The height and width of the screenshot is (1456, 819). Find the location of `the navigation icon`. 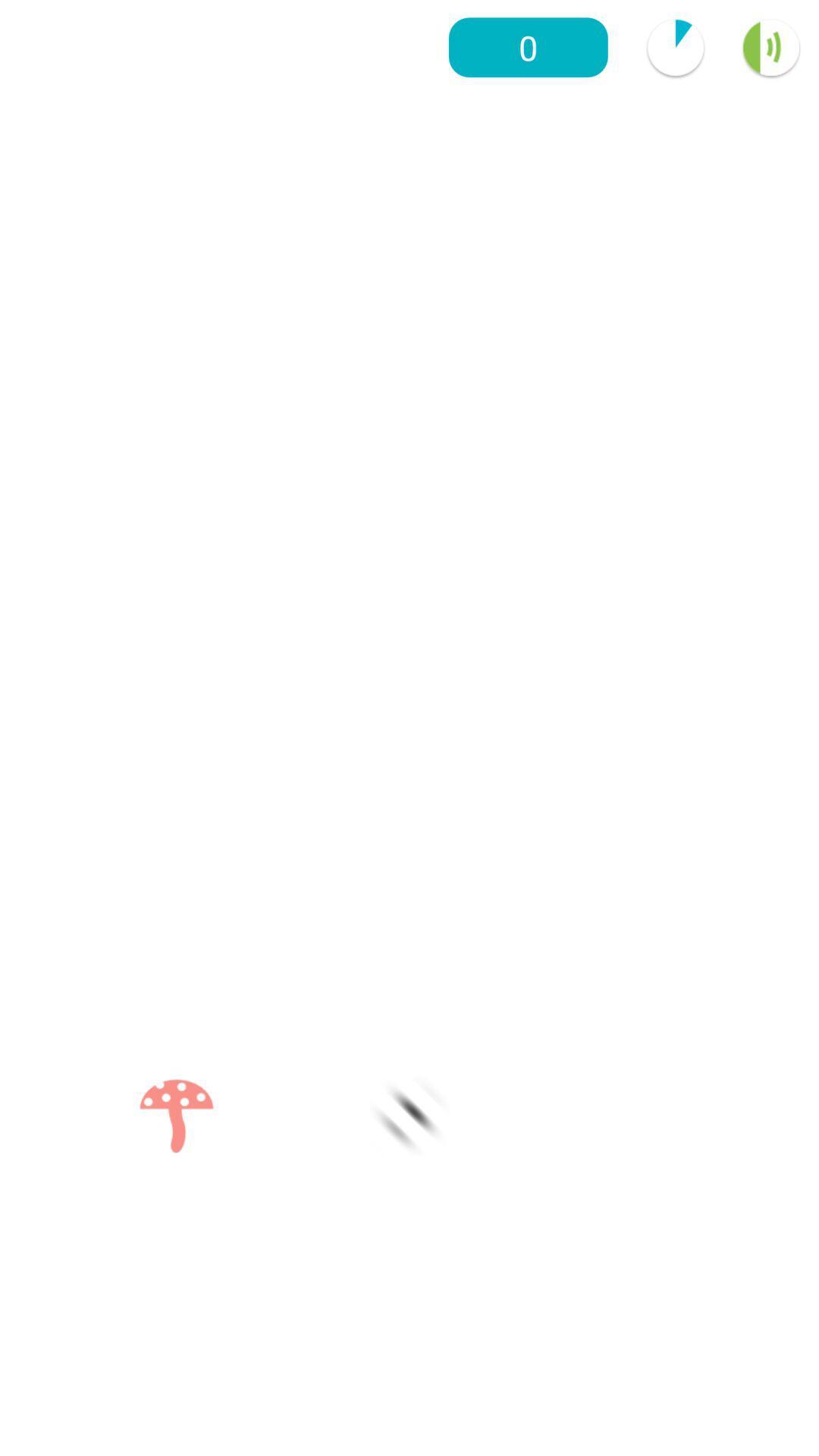

the navigation icon is located at coordinates (409, 1116).